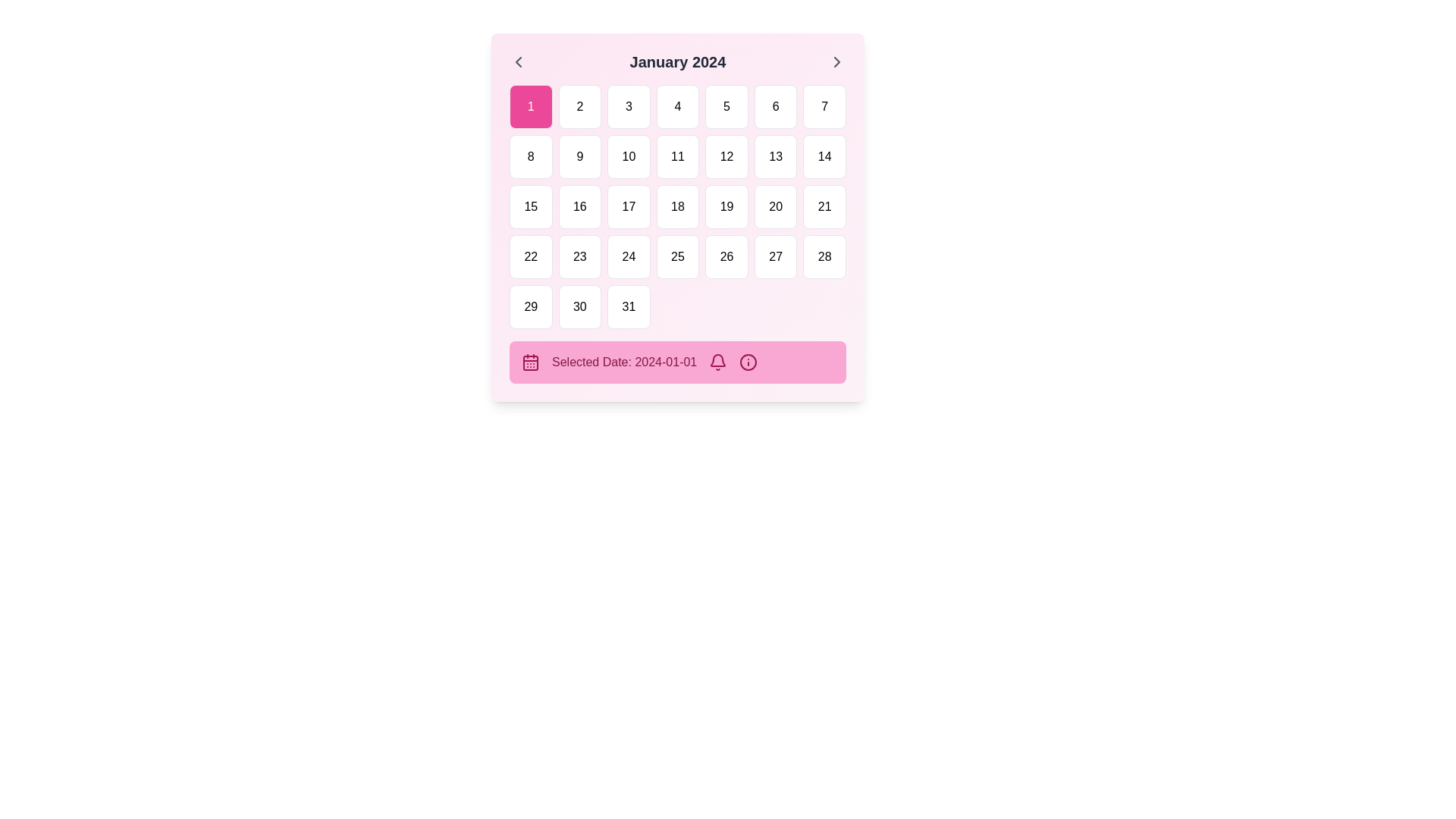 Image resolution: width=1456 pixels, height=819 pixels. I want to click on the square button with rounded corners containing the number '6', so click(776, 106).